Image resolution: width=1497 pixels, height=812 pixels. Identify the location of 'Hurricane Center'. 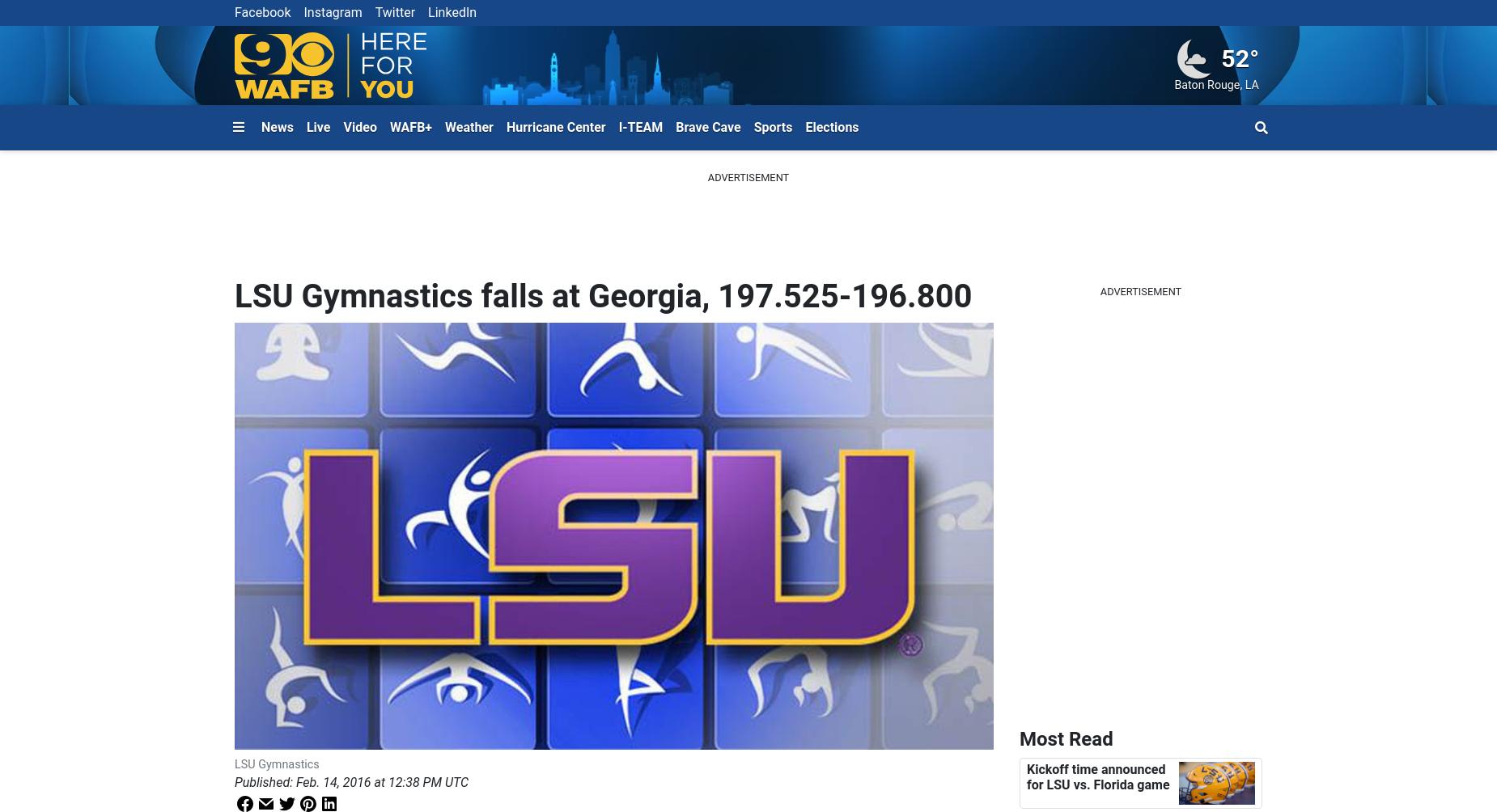
(555, 125).